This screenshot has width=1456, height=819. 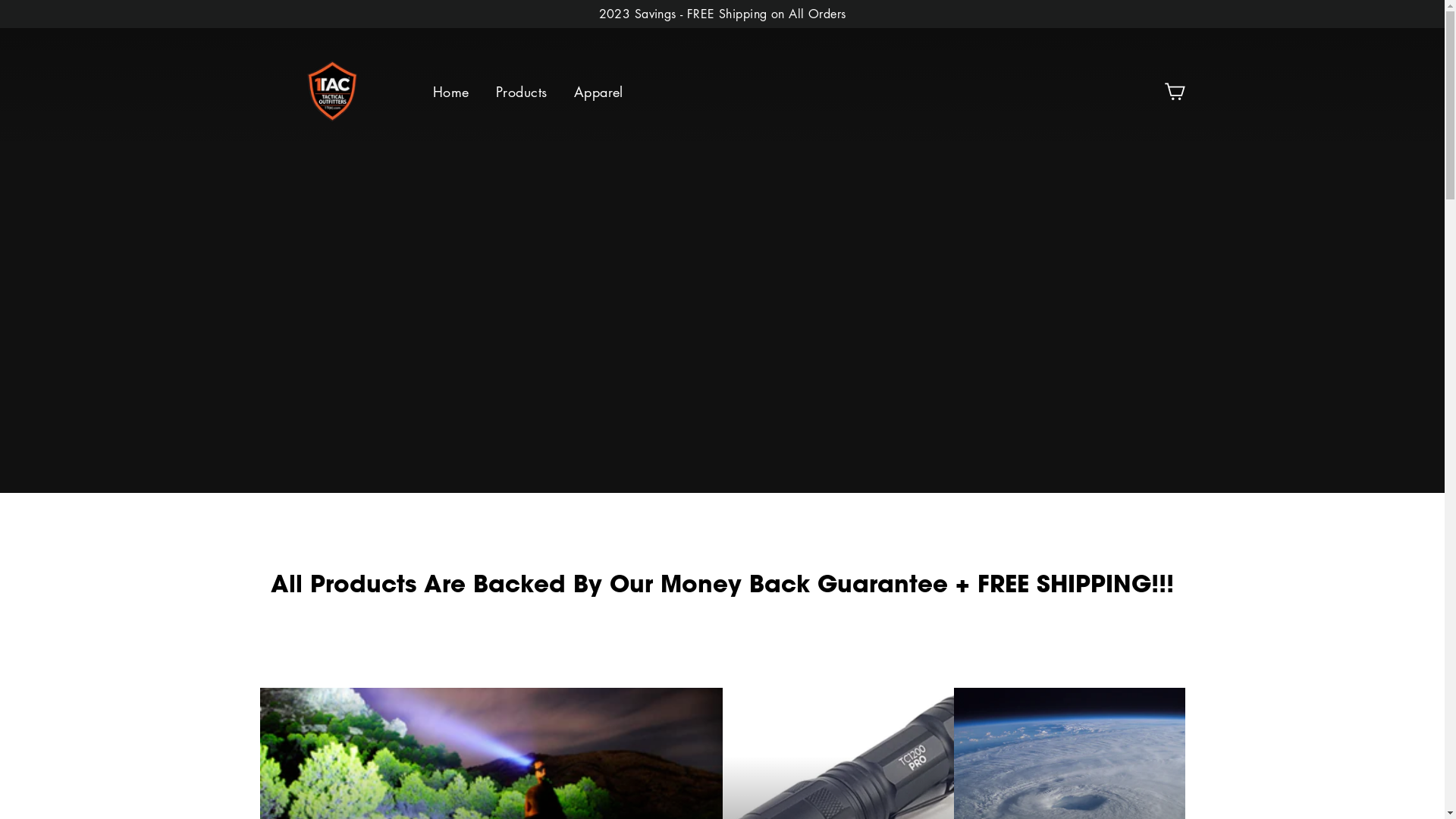 I want to click on 'Apparel', so click(x=598, y=93).